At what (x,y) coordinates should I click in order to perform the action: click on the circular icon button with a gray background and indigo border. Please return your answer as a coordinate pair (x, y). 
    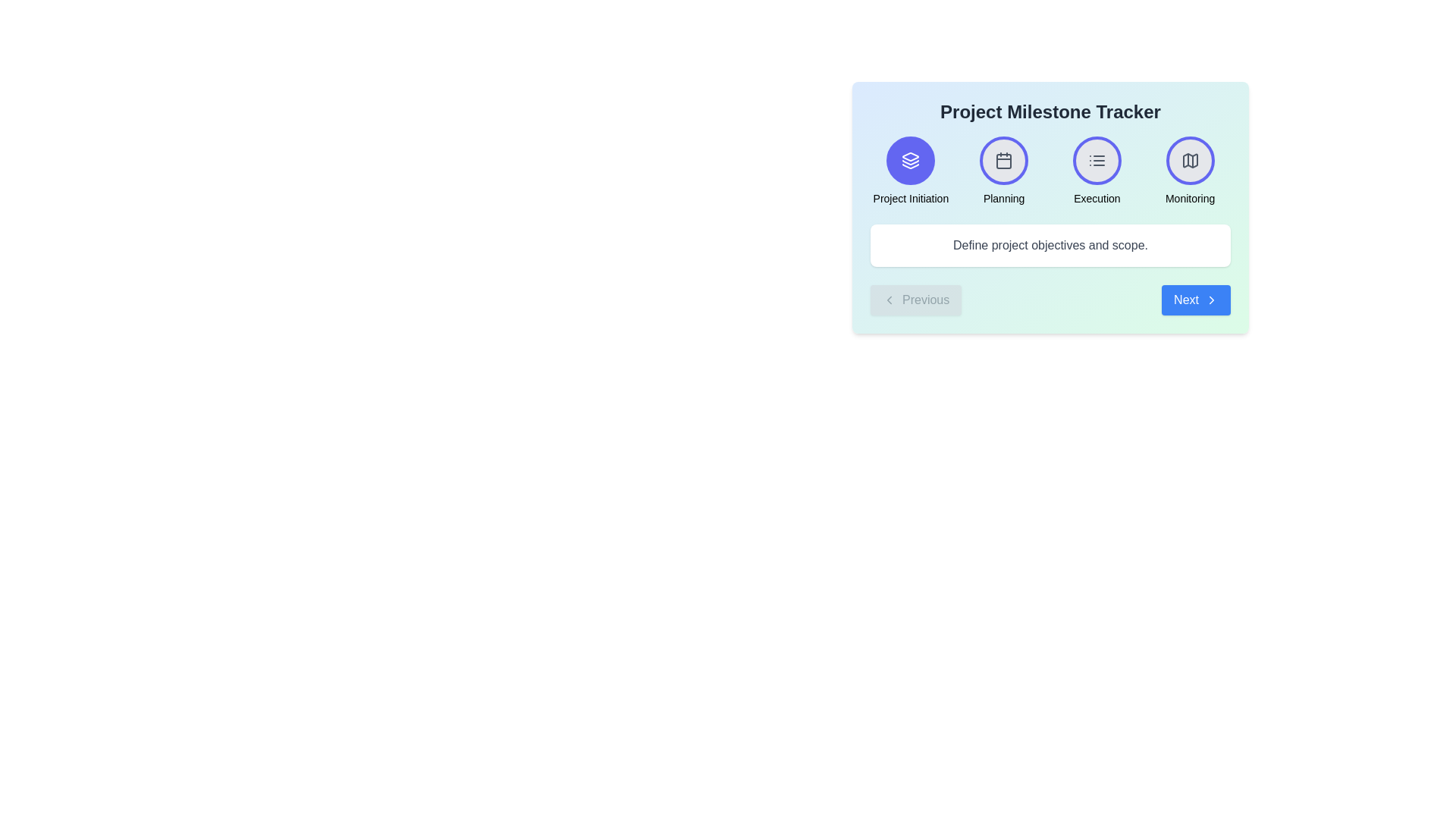
    Looking at the image, I should click on (1189, 161).